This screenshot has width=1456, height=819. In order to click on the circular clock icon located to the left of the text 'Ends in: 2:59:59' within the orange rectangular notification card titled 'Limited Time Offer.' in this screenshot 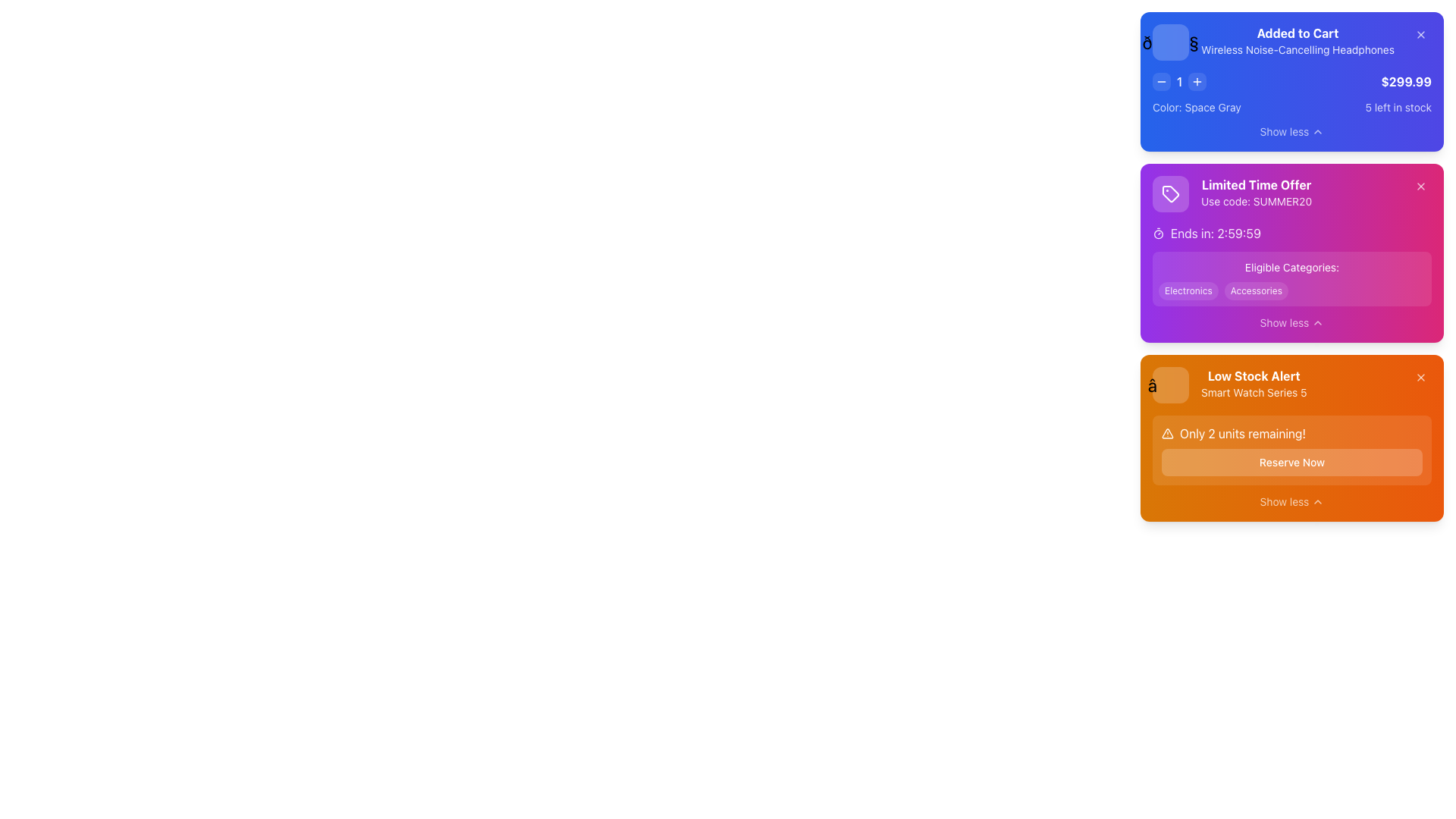, I will do `click(1157, 234)`.